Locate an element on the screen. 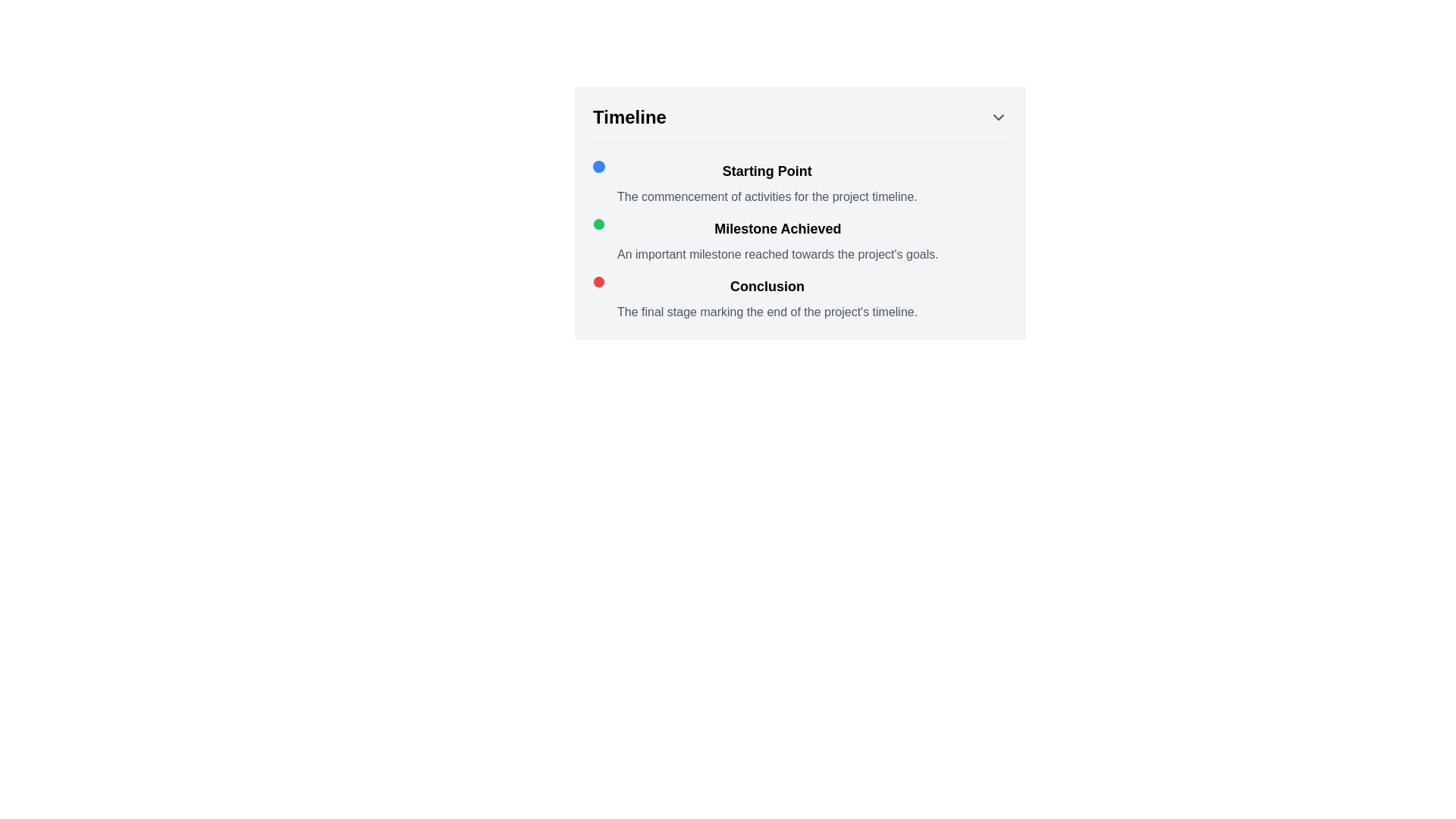 The width and height of the screenshot is (1456, 819). the 'Milestone Achieved' list item in the timeline component is located at coordinates (799, 240).